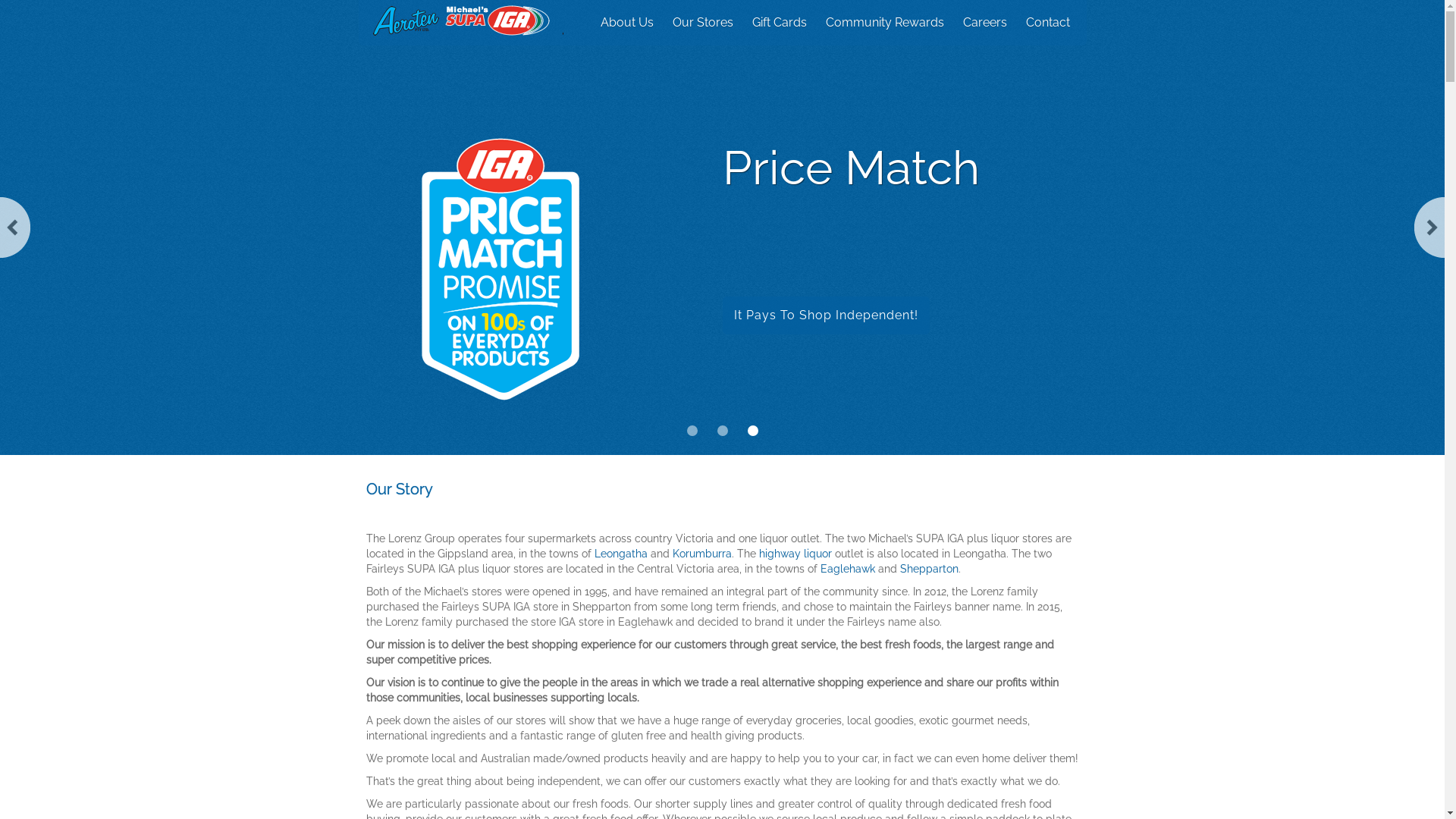 This screenshot has height=819, width=1456. Describe the element at coordinates (847, 568) in the screenshot. I see `'Eaglehawk'` at that location.